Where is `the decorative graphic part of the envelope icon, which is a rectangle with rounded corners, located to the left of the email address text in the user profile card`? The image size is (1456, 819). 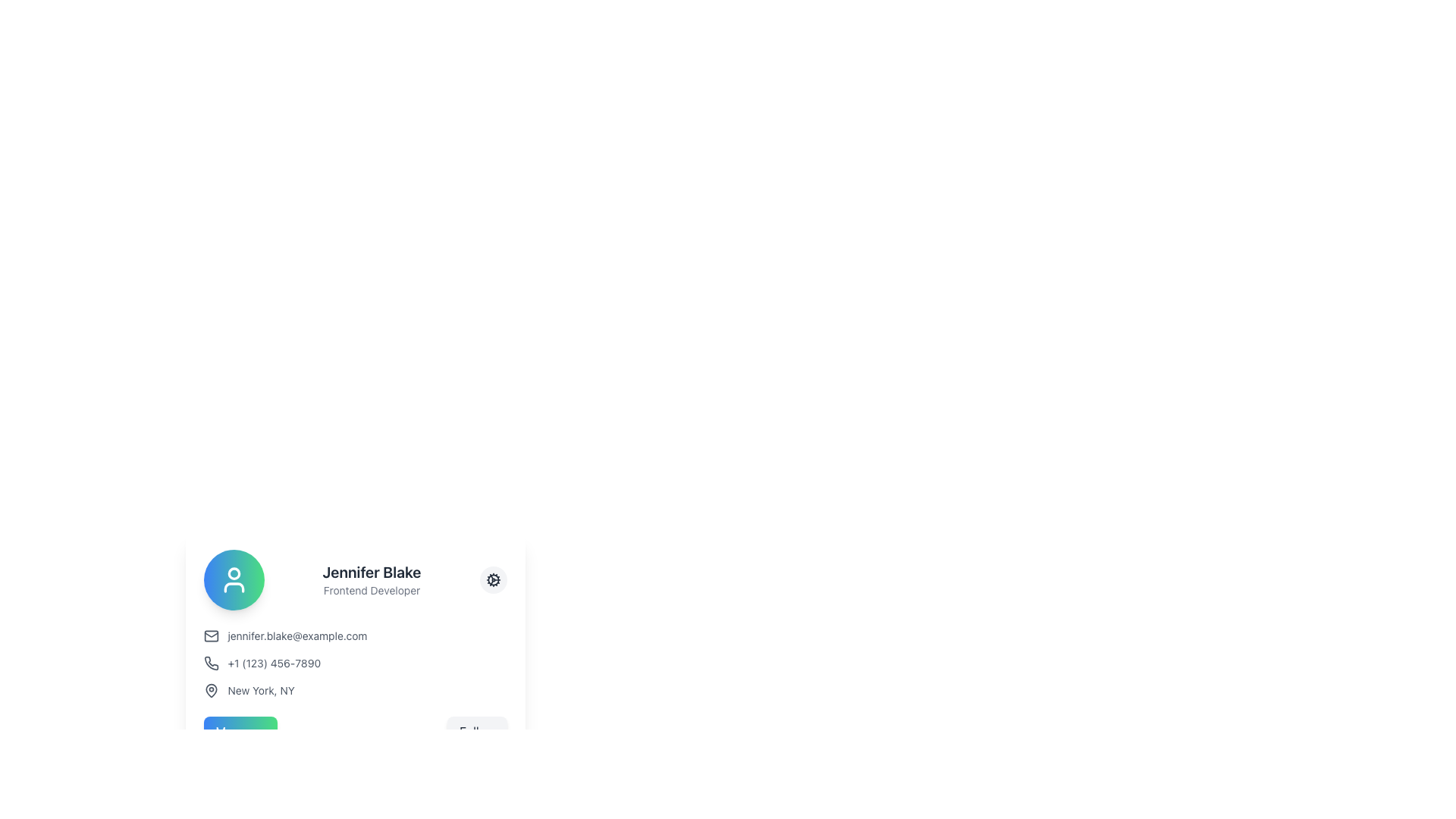 the decorative graphic part of the envelope icon, which is a rectangle with rounded corners, located to the left of the email address text in the user profile card is located at coordinates (210, 636).